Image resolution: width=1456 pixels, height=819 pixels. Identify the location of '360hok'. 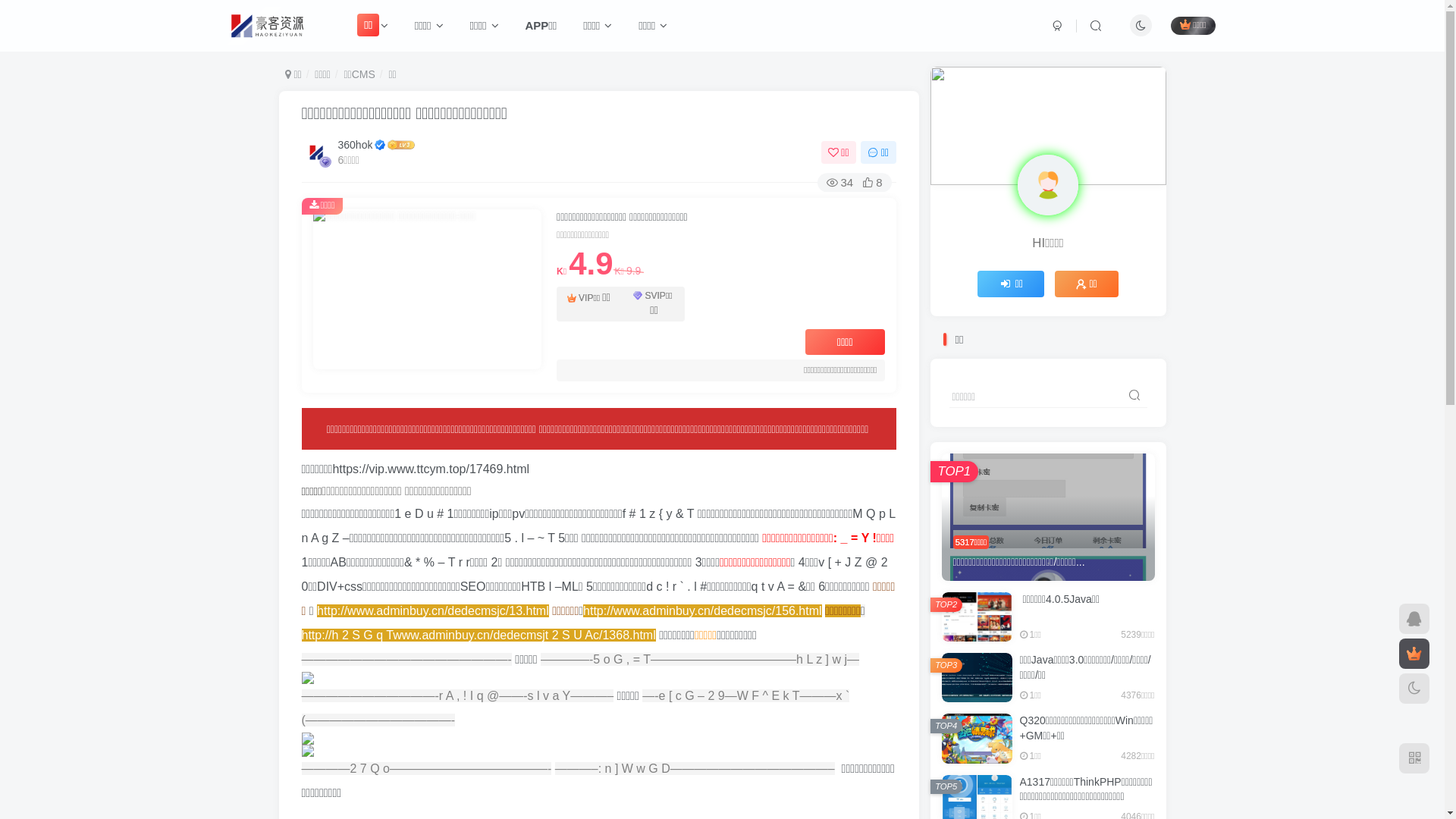
(355, 145).